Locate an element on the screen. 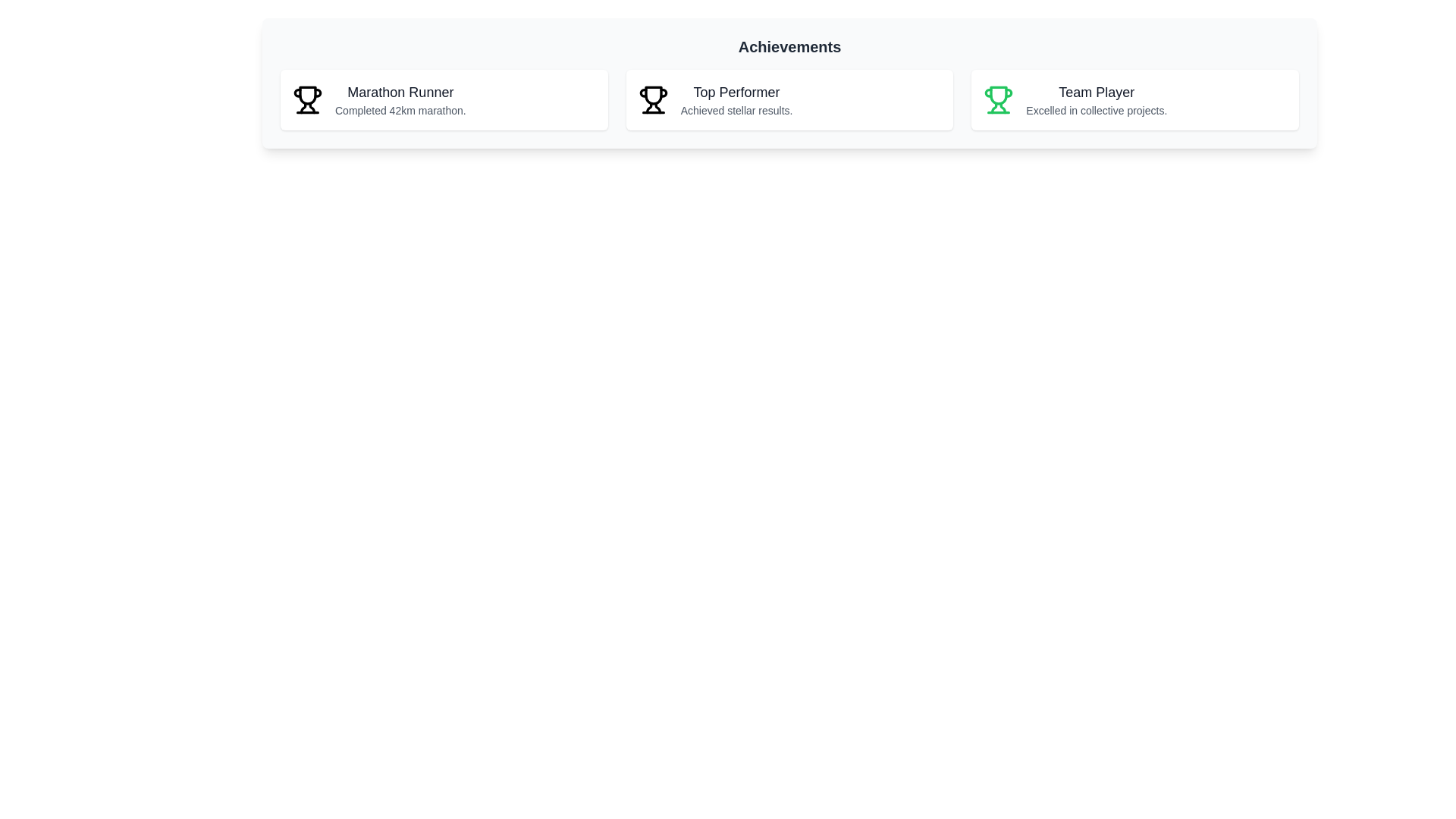  the text label reading 'Completed 42km marathon.' which is positioned directly below the title 'Marathon Runner' in the leftmost card is located at coordinates (400, 110).